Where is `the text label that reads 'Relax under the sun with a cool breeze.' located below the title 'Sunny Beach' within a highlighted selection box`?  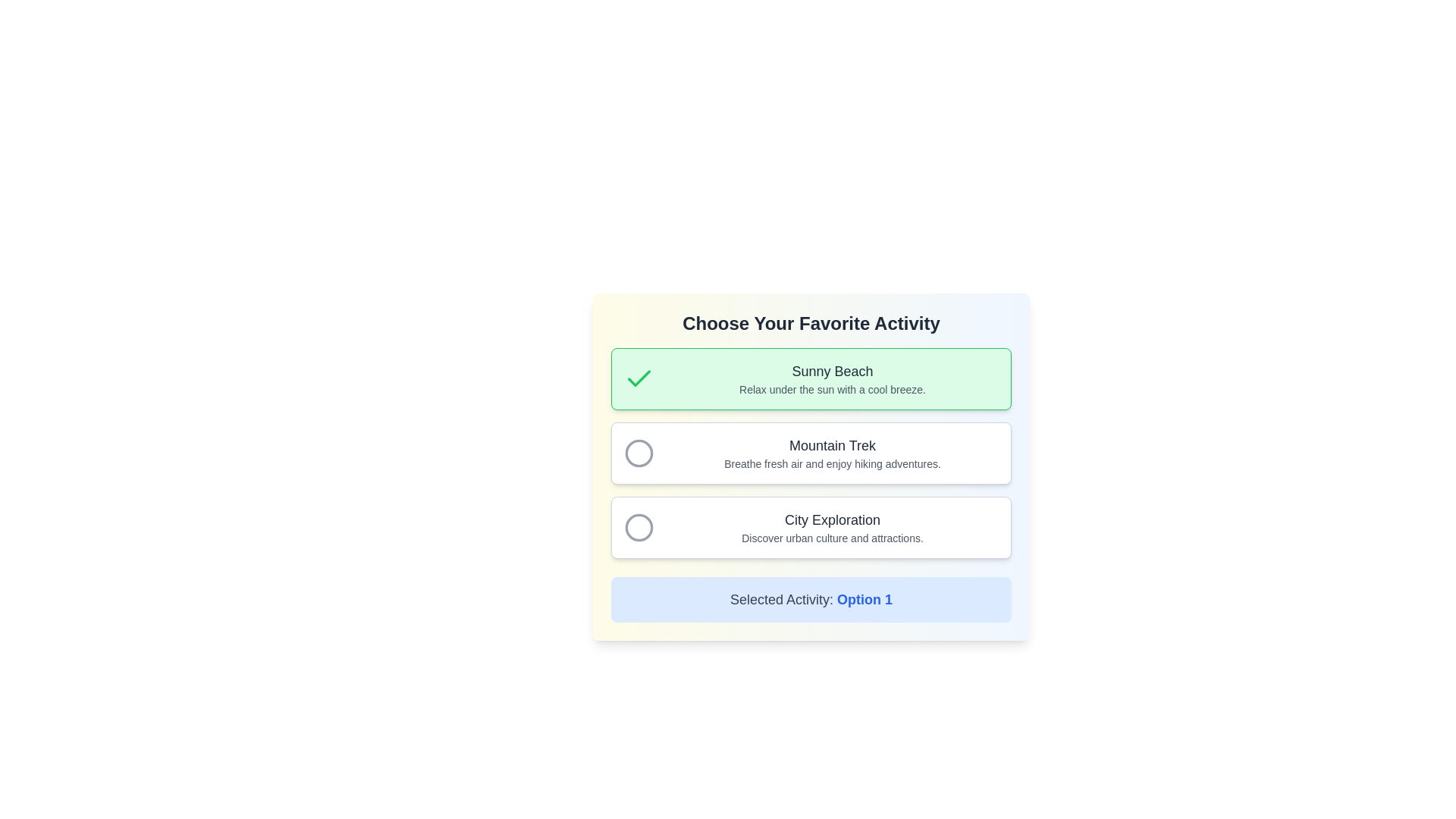 the text label that reads 'Relax under the sun with a cool breeze.' located below the title 'Sunny Beach' within a highlighted selection box is located at coordinates (832, 388).